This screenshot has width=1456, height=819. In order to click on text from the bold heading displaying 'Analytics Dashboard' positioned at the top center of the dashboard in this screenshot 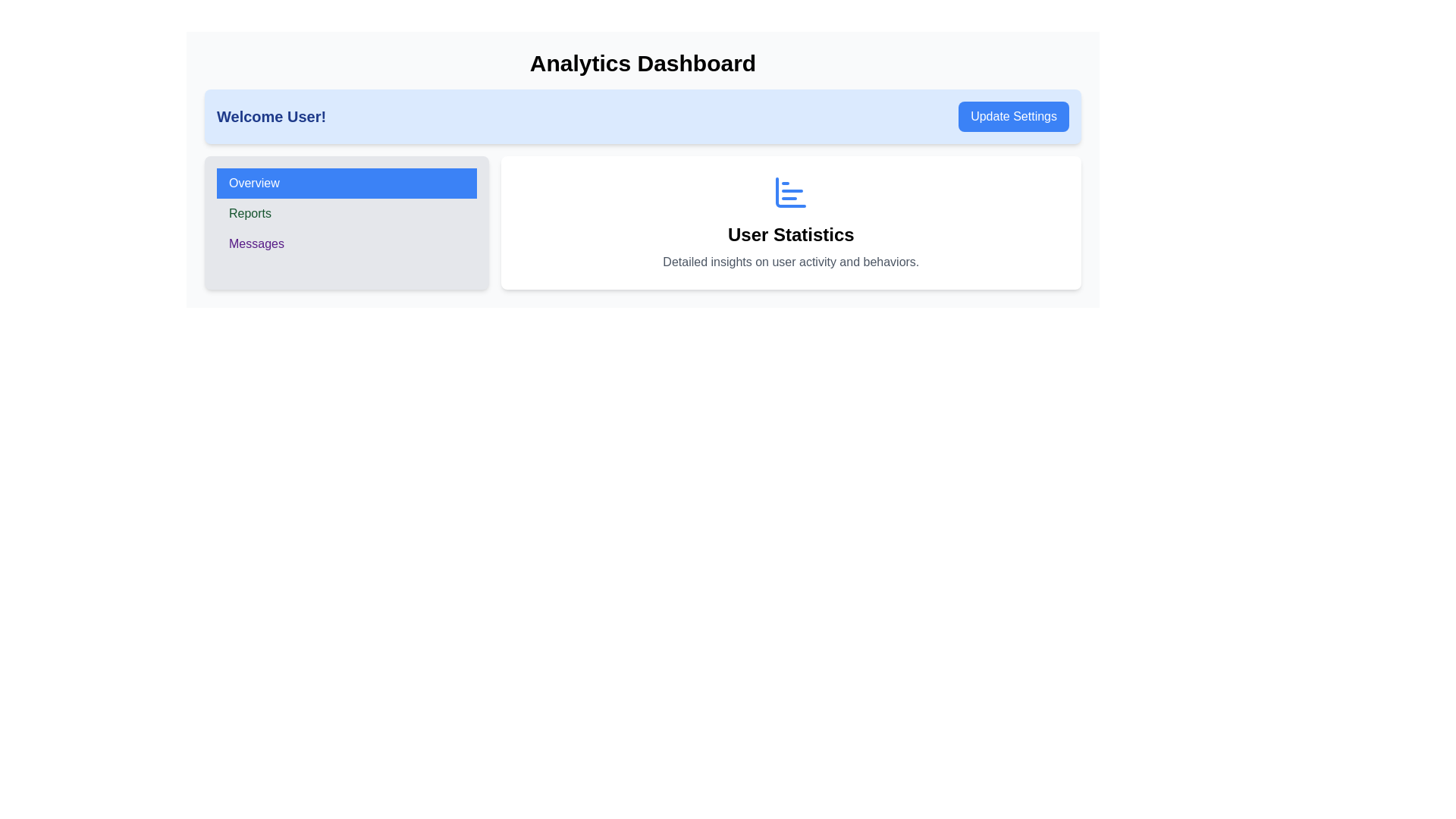, I will do `click(643, 63)`.